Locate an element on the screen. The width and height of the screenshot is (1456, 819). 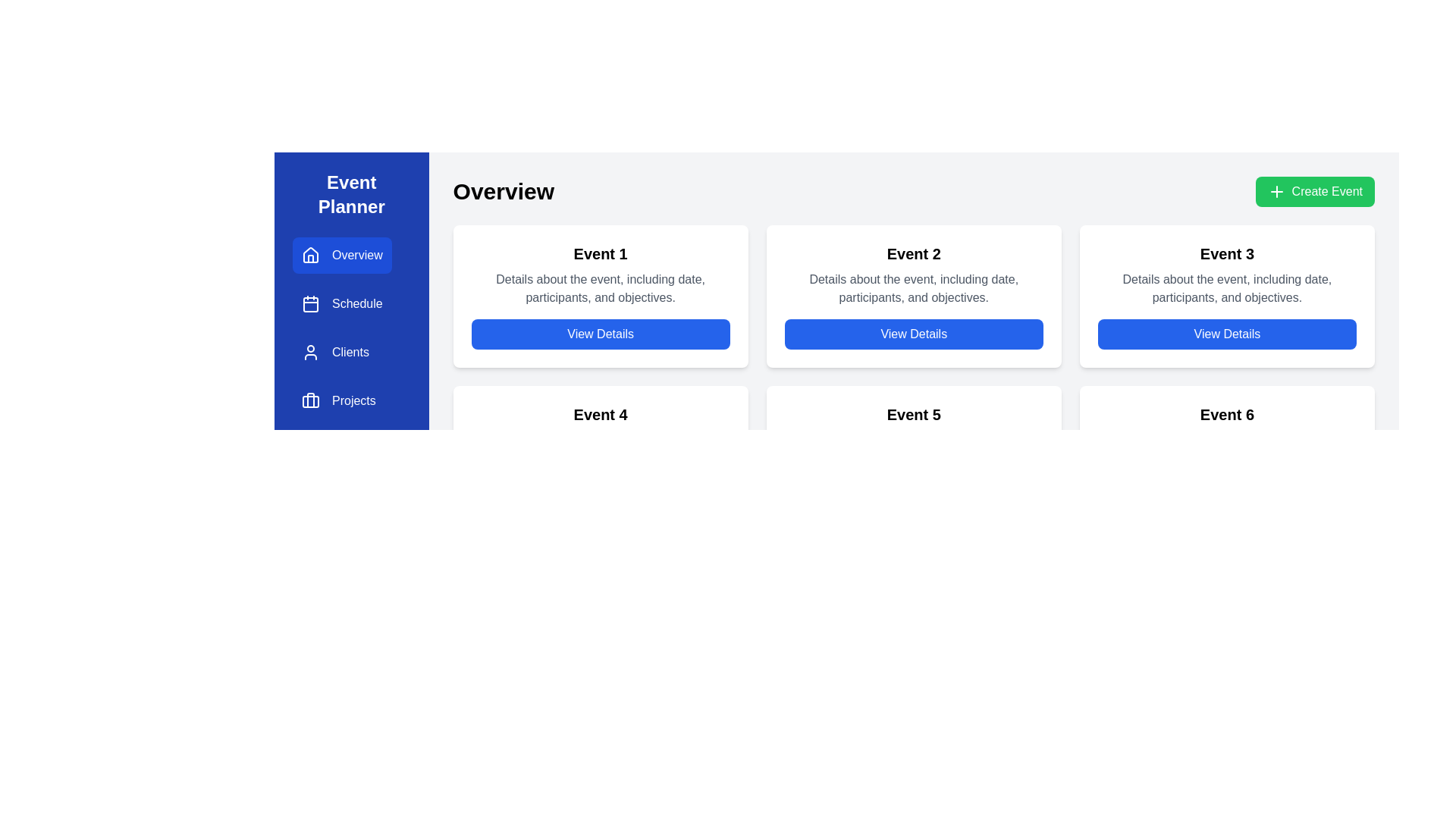
the 'Overview' text label in the sidebar menu is located at coordinates (356, 254).